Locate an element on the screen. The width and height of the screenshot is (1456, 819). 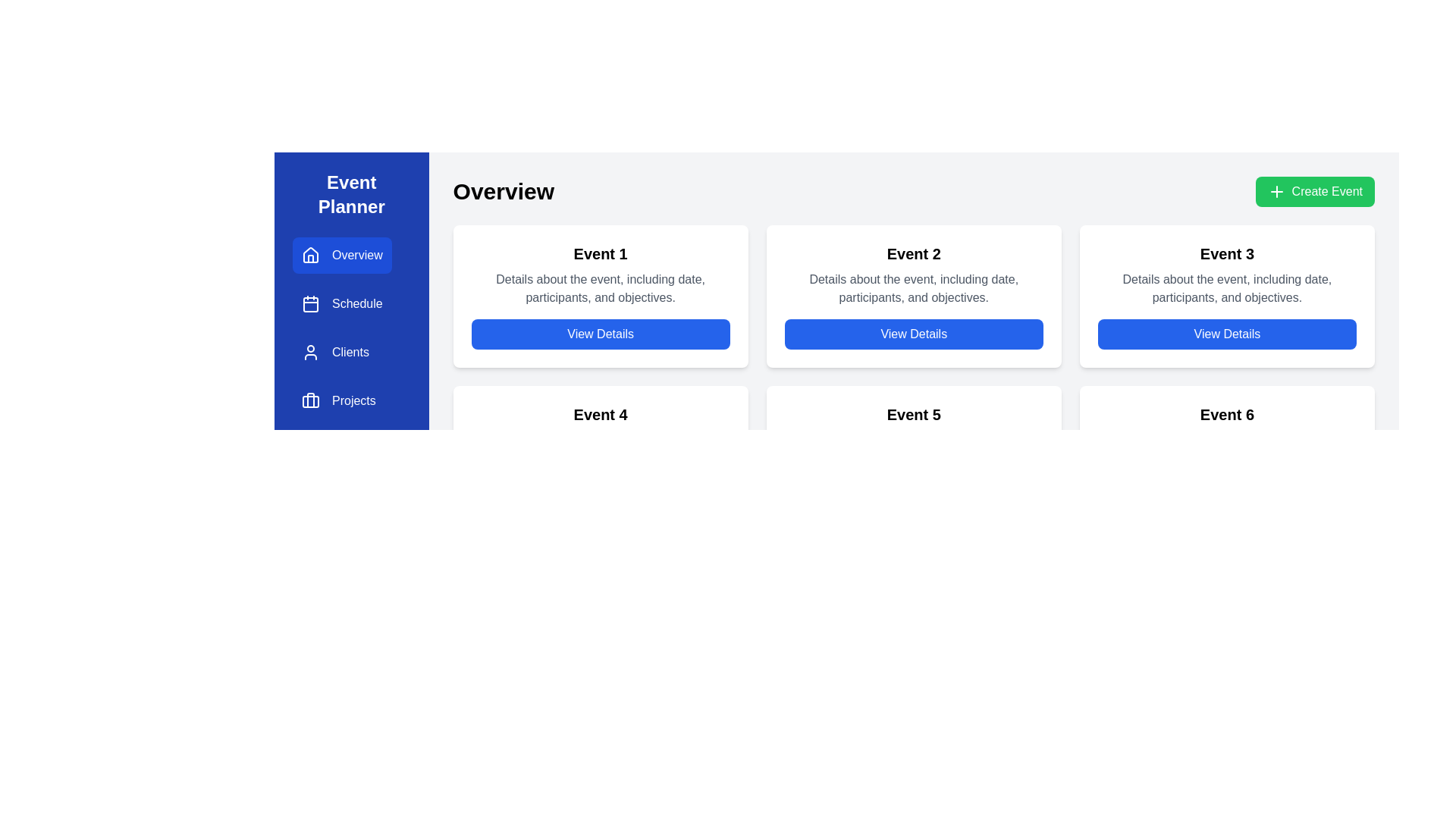
the 'Overview' text label in the sidebar menu is located at coordinates (356, 254).